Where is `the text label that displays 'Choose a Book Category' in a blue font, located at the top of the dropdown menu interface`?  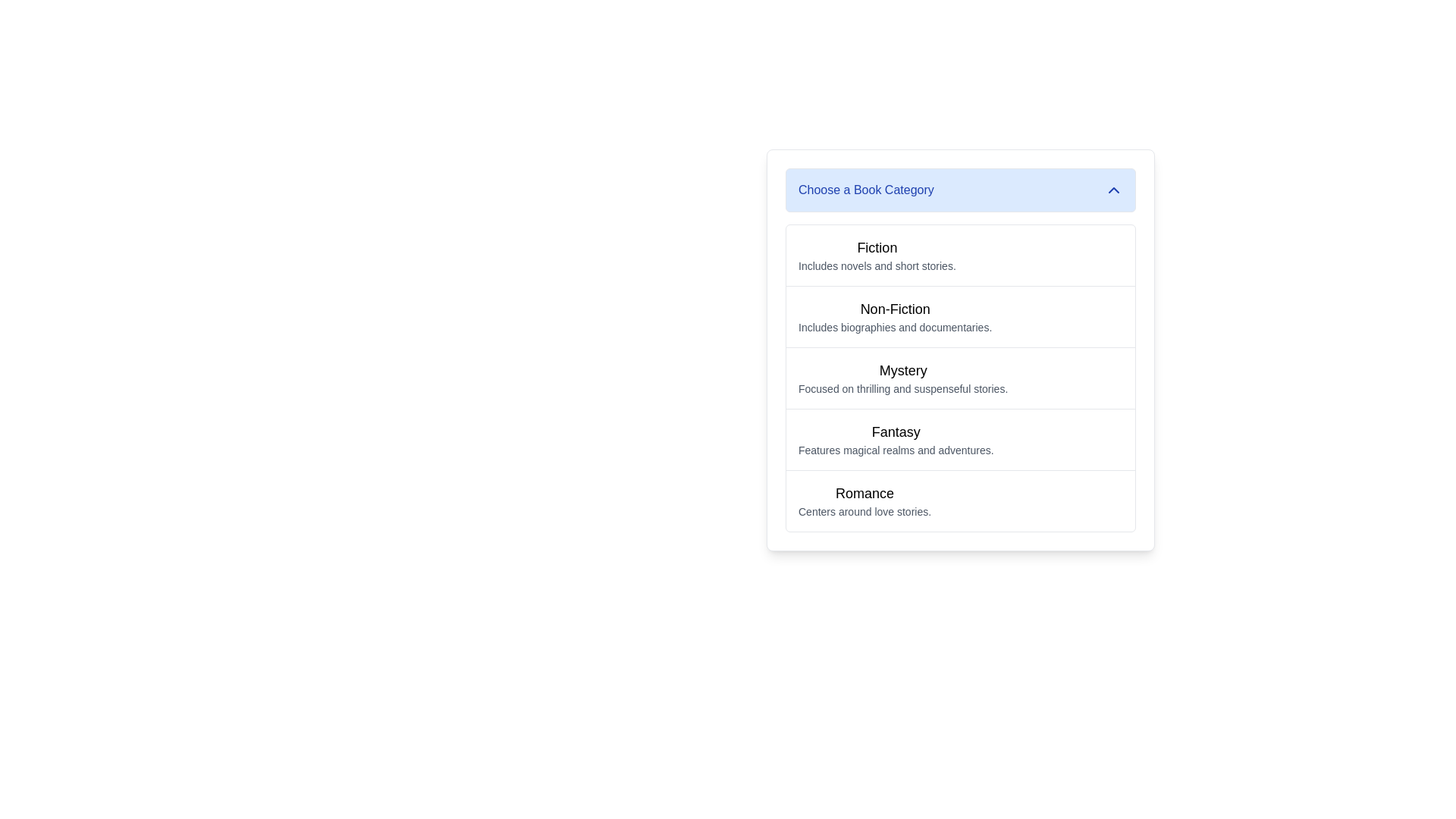 the text label that displays 'Choose a Book Category' in a blue font, located at the top of the dropdown menu interface is located at coordinates (866, 189).